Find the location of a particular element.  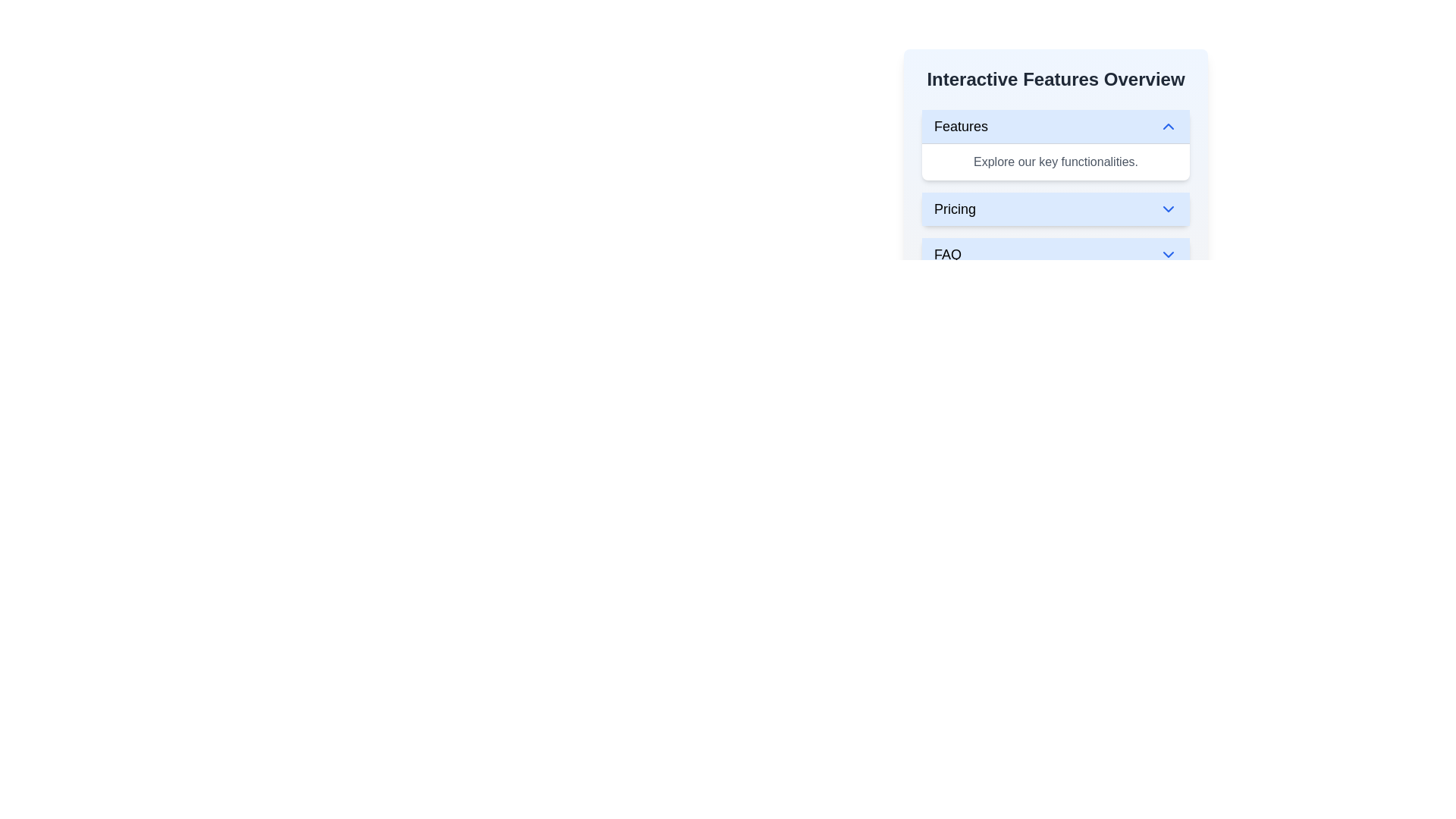

the descriptive text block in the 'Features' section, which is located directly below the header of the collapsible panel is located at coordinates (1055, 162).